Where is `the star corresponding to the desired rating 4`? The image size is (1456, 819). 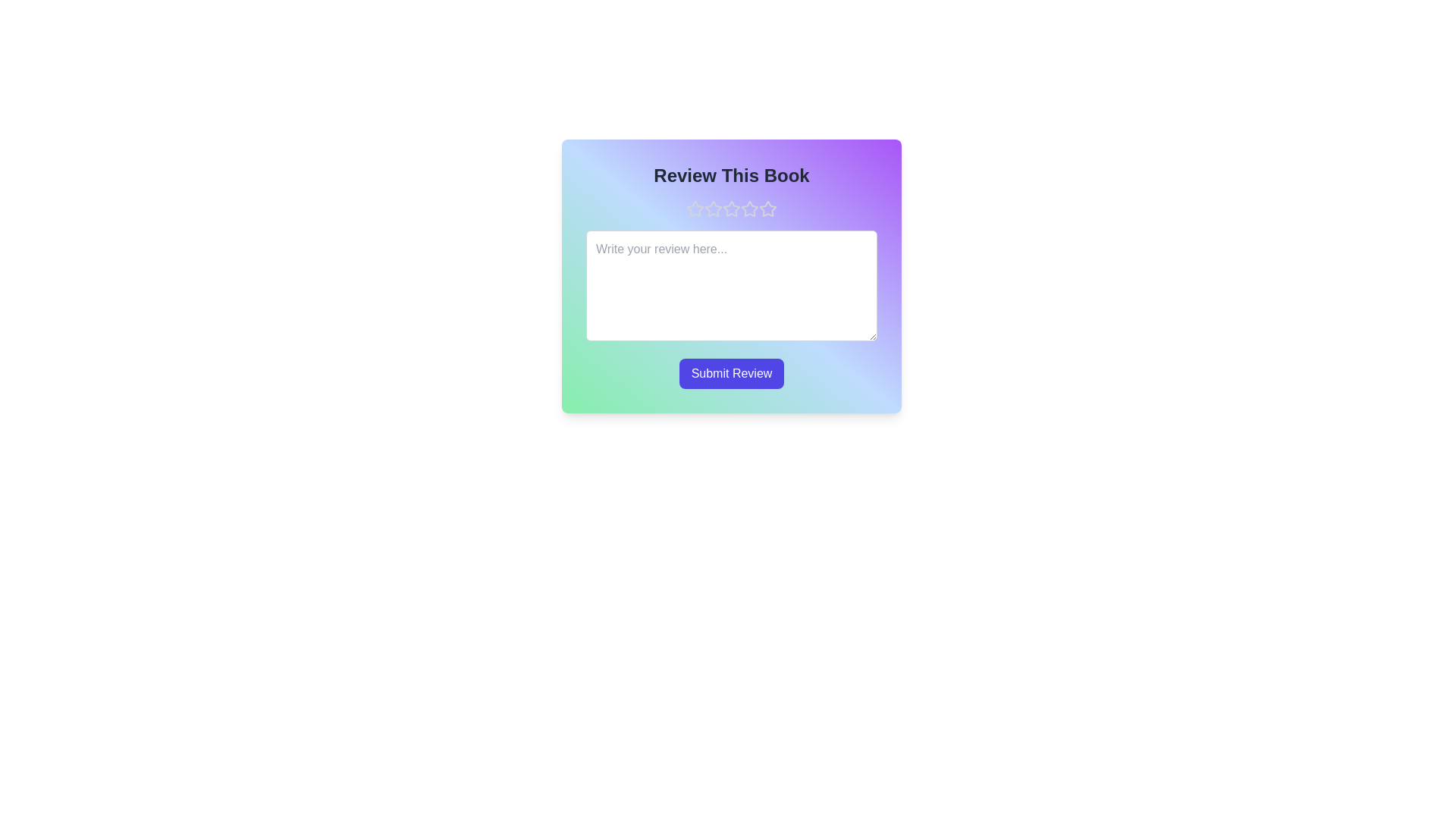 the star corresponding to the desired rating 4 is located at coordinates (749, 209).